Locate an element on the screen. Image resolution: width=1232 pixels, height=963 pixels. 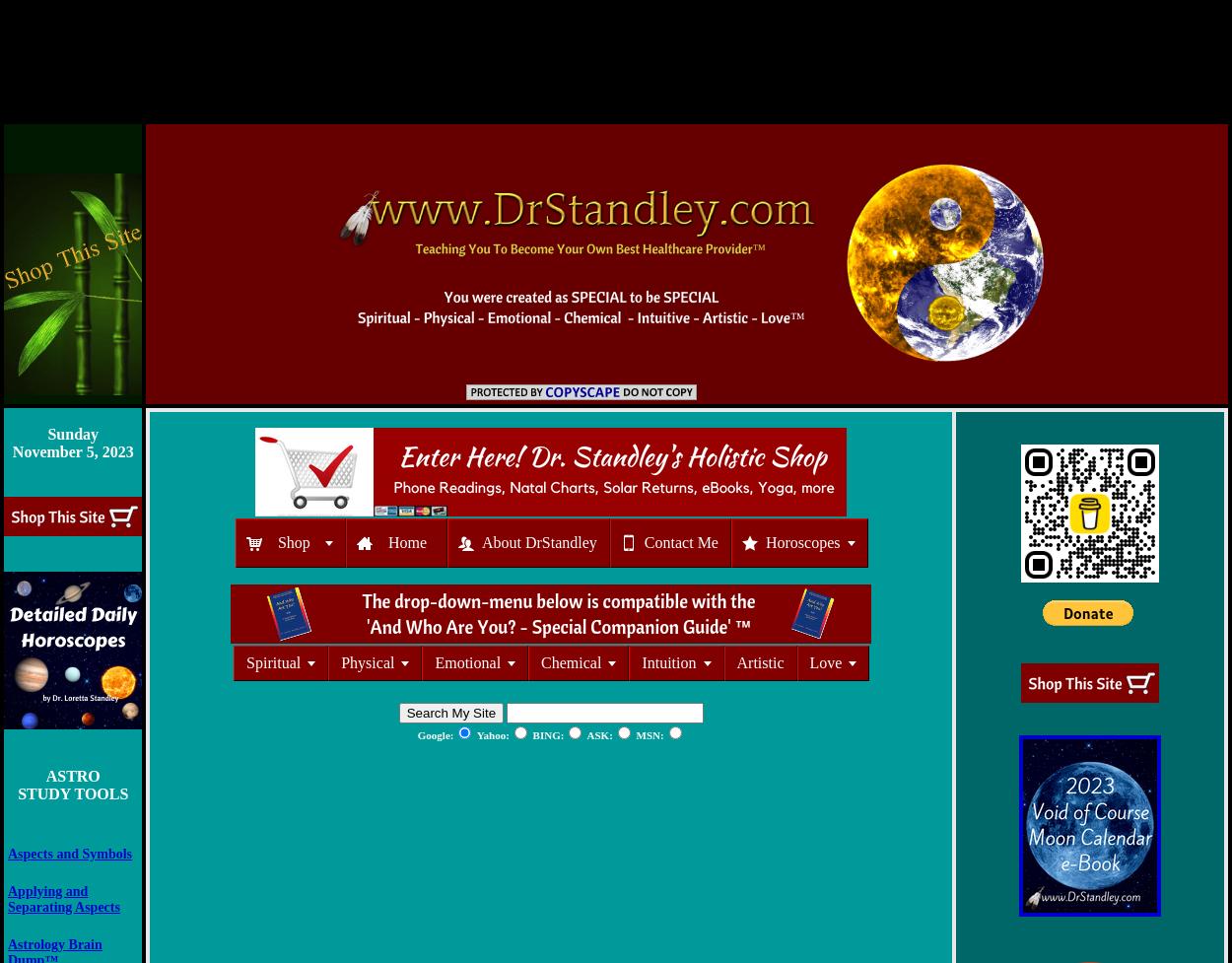
'MSN:' is located at coordinates (648, 735).